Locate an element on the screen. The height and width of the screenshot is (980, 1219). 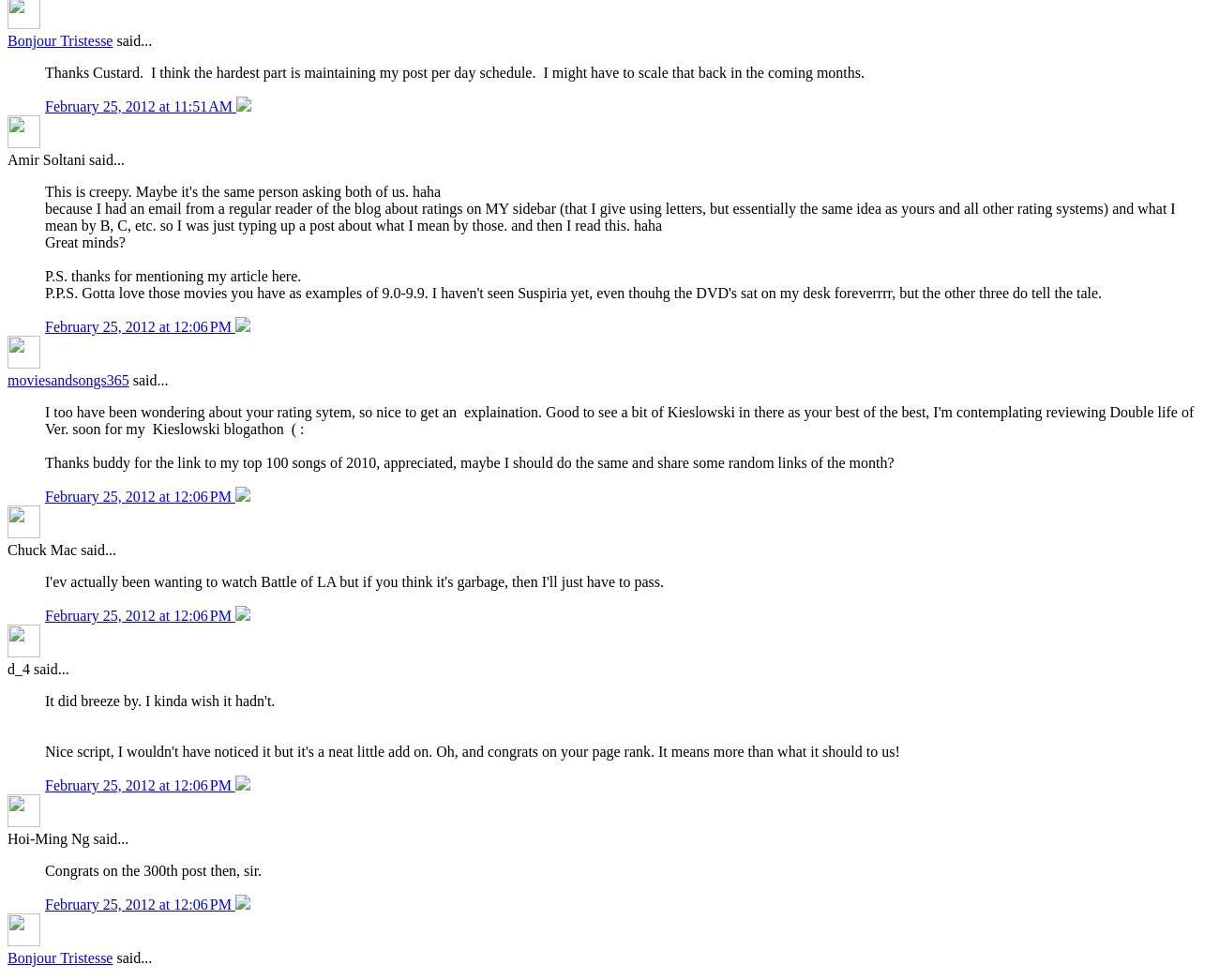
'Congrats on the 300th post then, sir.' is located at coordinates (152, 870).